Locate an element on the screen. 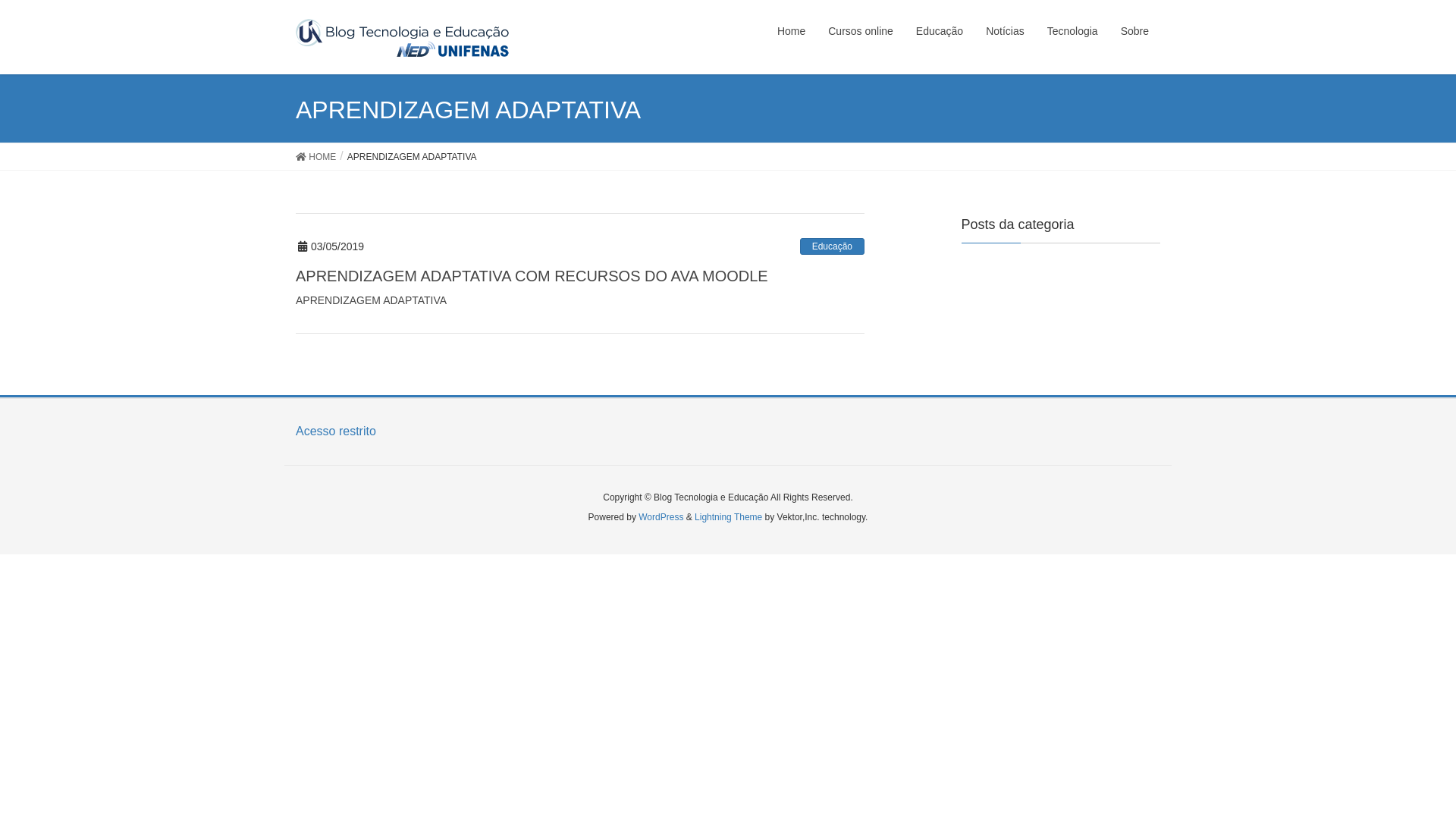 The image size is (1456, 819). 'APRENDIZAGEM ADAPTATIVA COM RECURSOS DO AVA MOODLE' is located at coordinates (532, 275).